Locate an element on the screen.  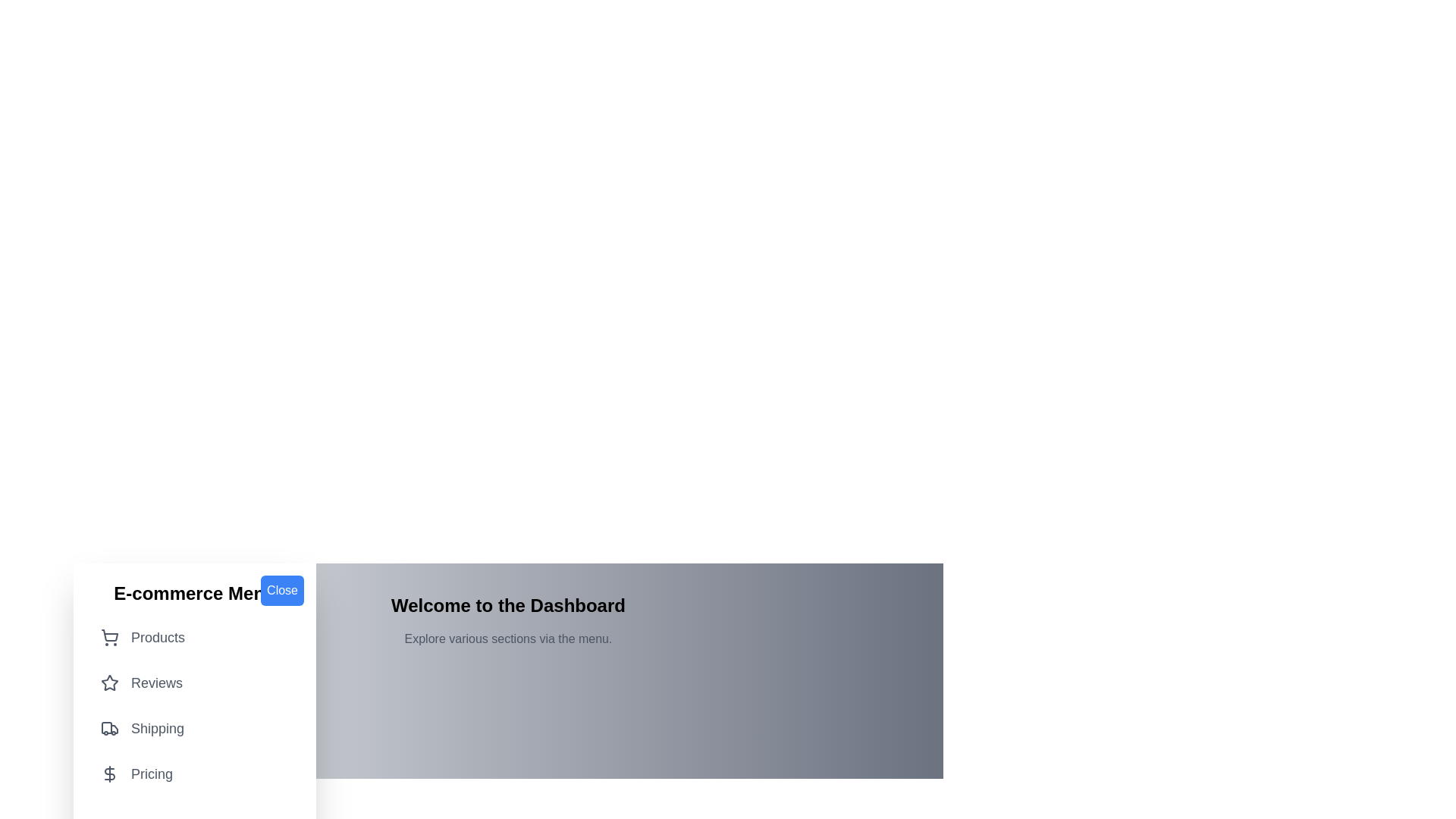
the menu item Pricing is located at coordinates (194, 774).